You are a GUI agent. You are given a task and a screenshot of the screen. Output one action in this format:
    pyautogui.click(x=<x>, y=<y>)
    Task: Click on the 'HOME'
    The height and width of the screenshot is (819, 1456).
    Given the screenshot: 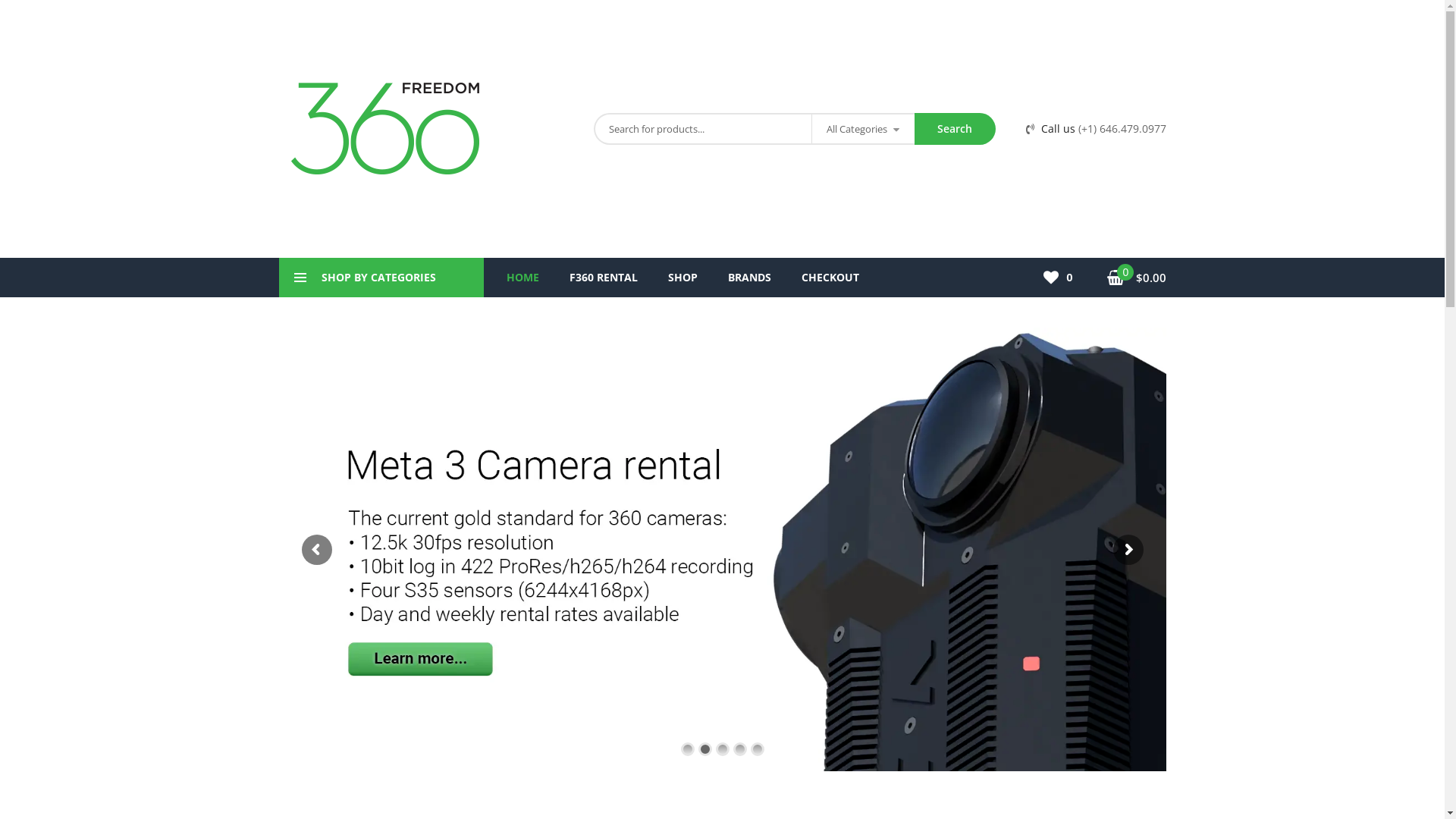 What is the action you would take?
    pyautogui.click(x=522, y=278)
    